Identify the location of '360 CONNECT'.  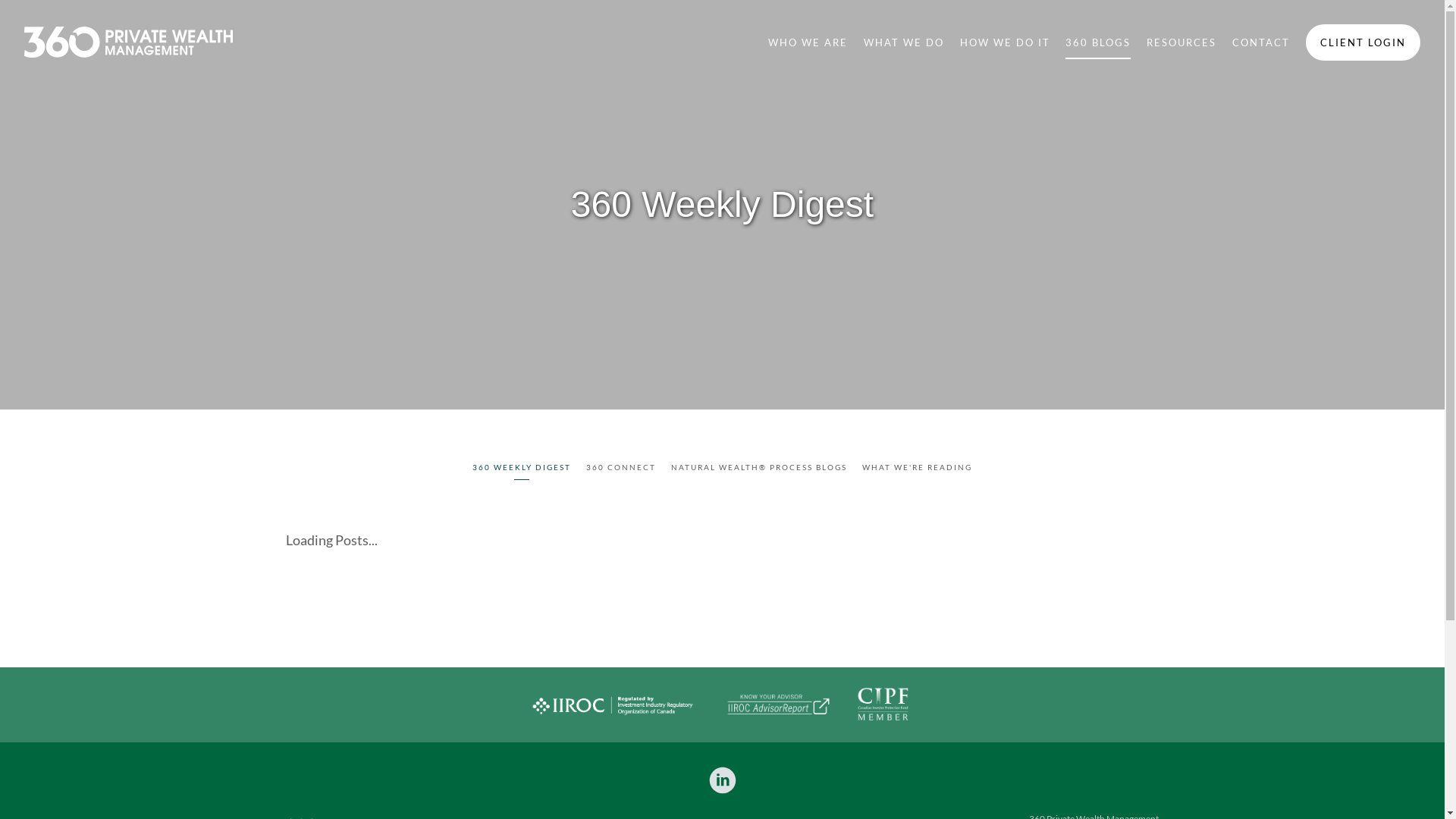
(621, 468).